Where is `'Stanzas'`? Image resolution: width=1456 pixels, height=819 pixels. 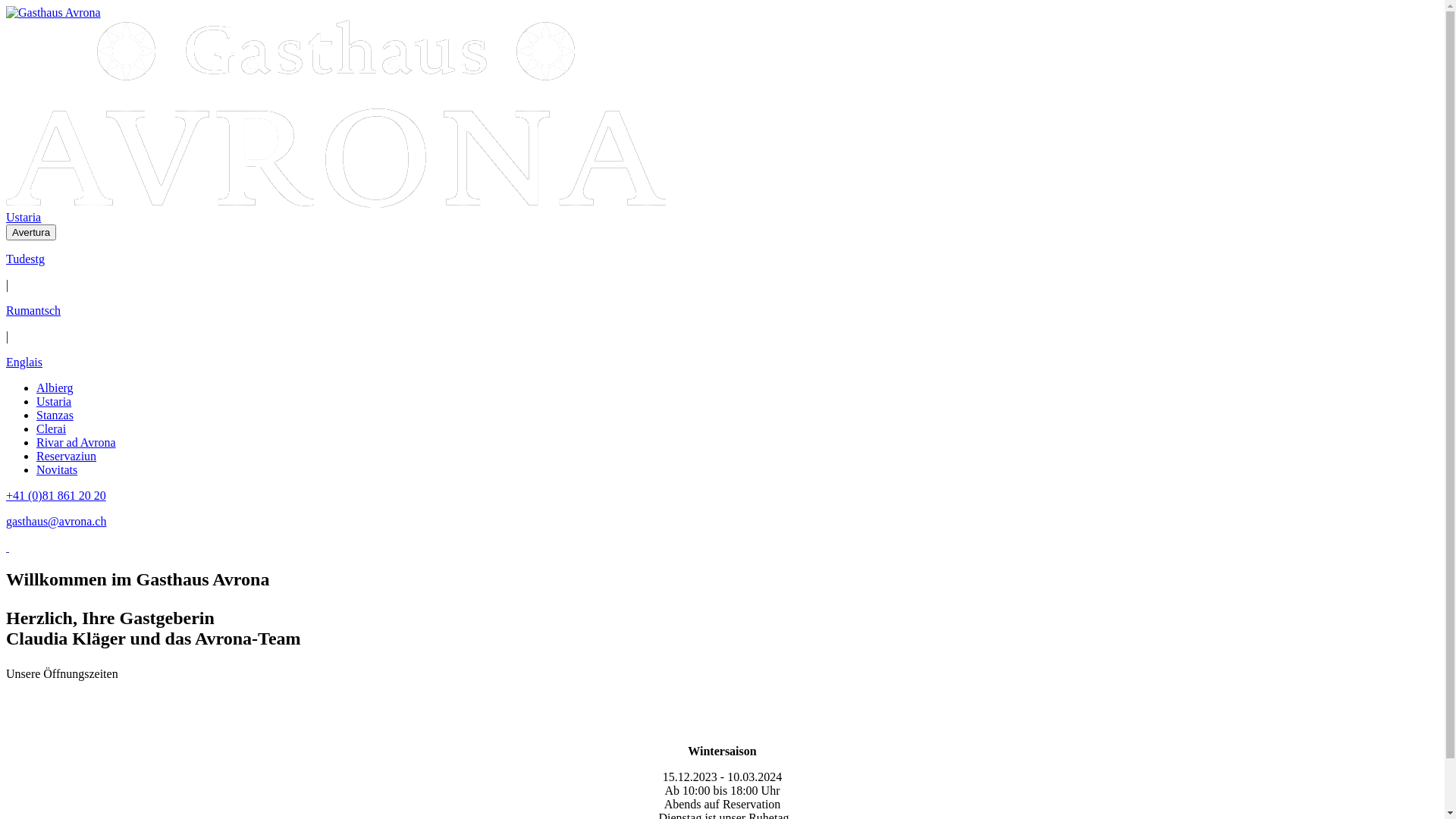 'Stanzas' is located at coordinates (55, 415).